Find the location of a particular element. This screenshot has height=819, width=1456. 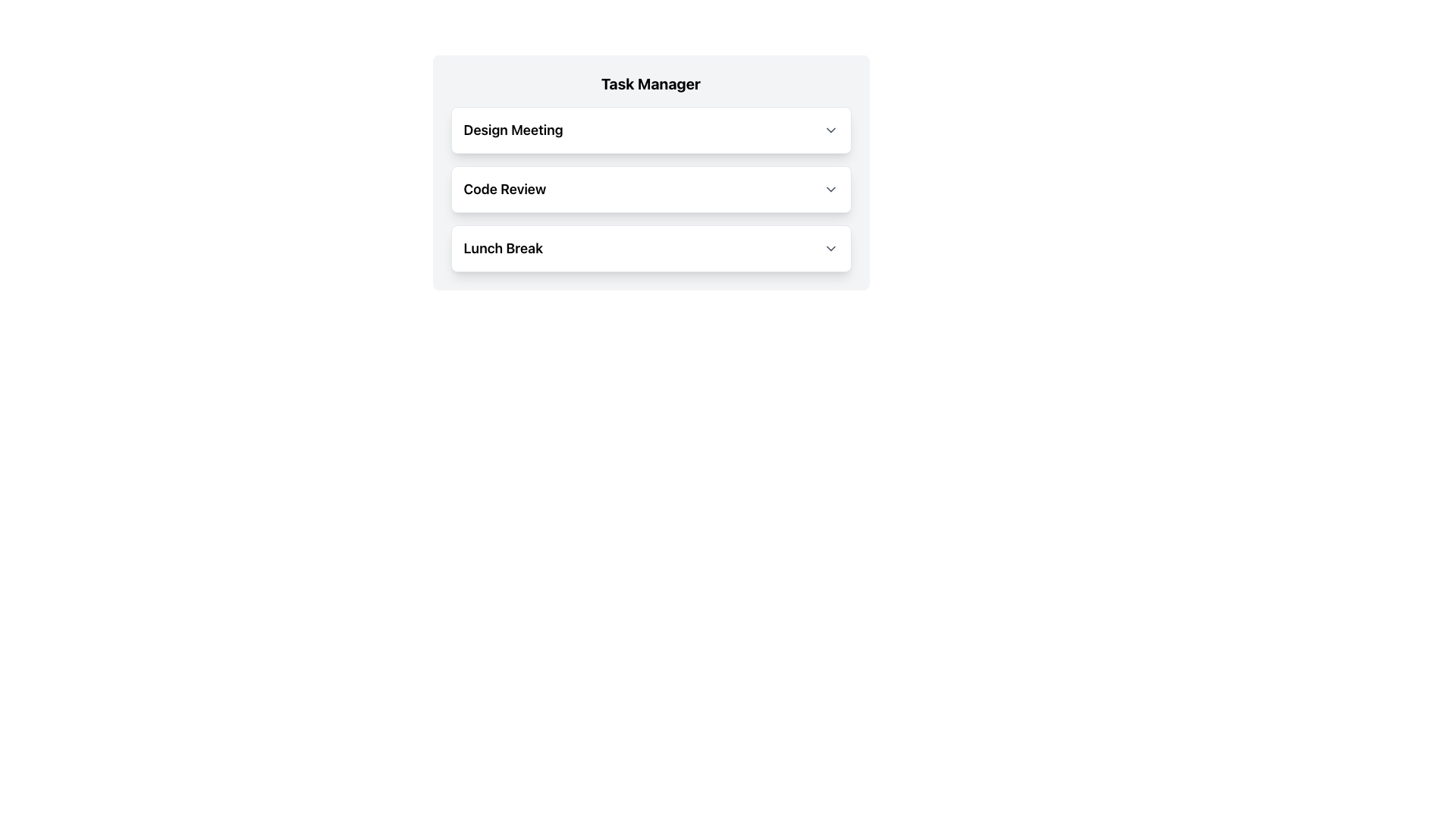

the dropdown icon located at the end of the 'Lunch Break' dropdown row is located at coordinates (830, 247).